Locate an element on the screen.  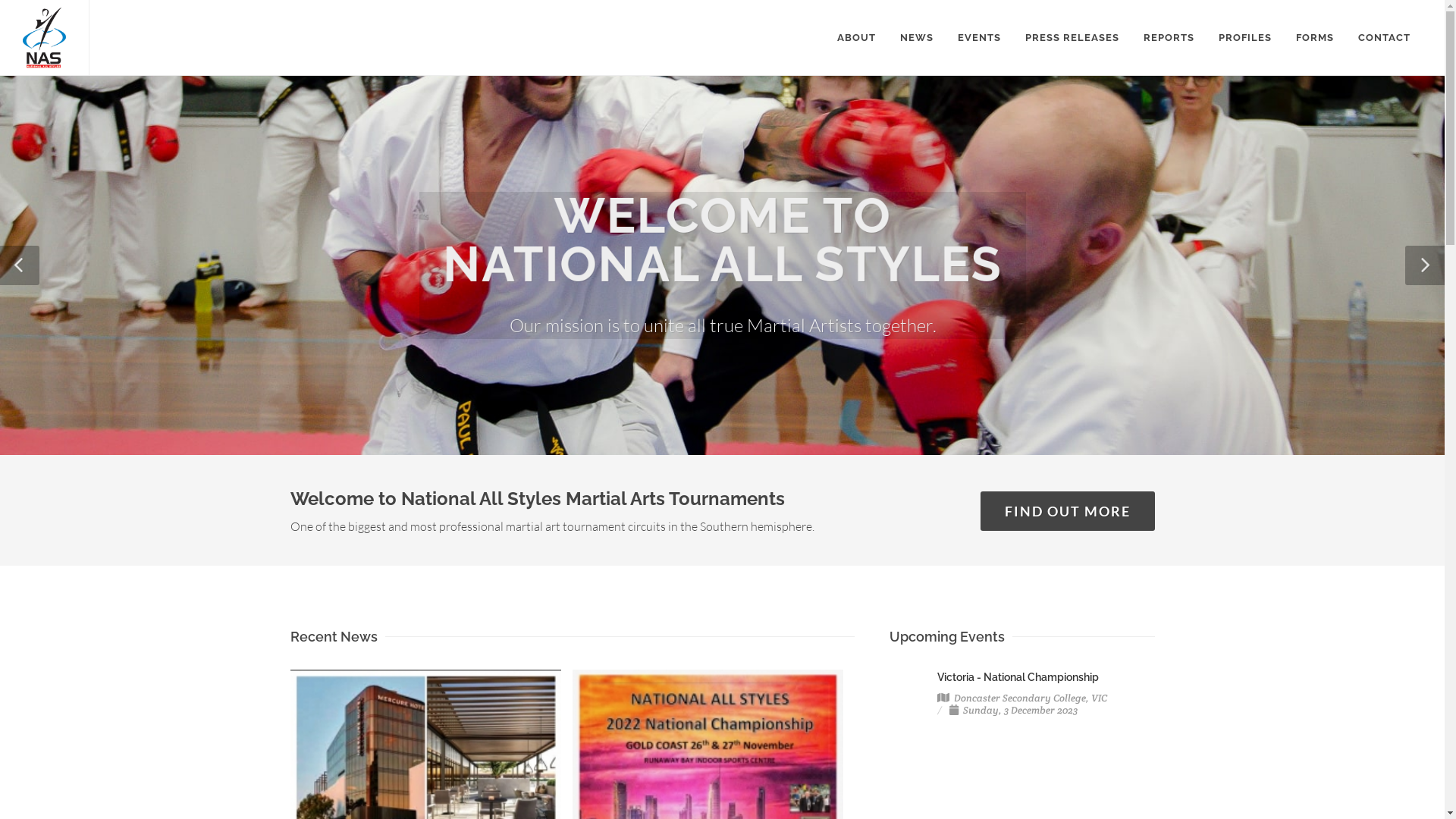
'Victoria - National Championship' is located at coordinates (937, 676).